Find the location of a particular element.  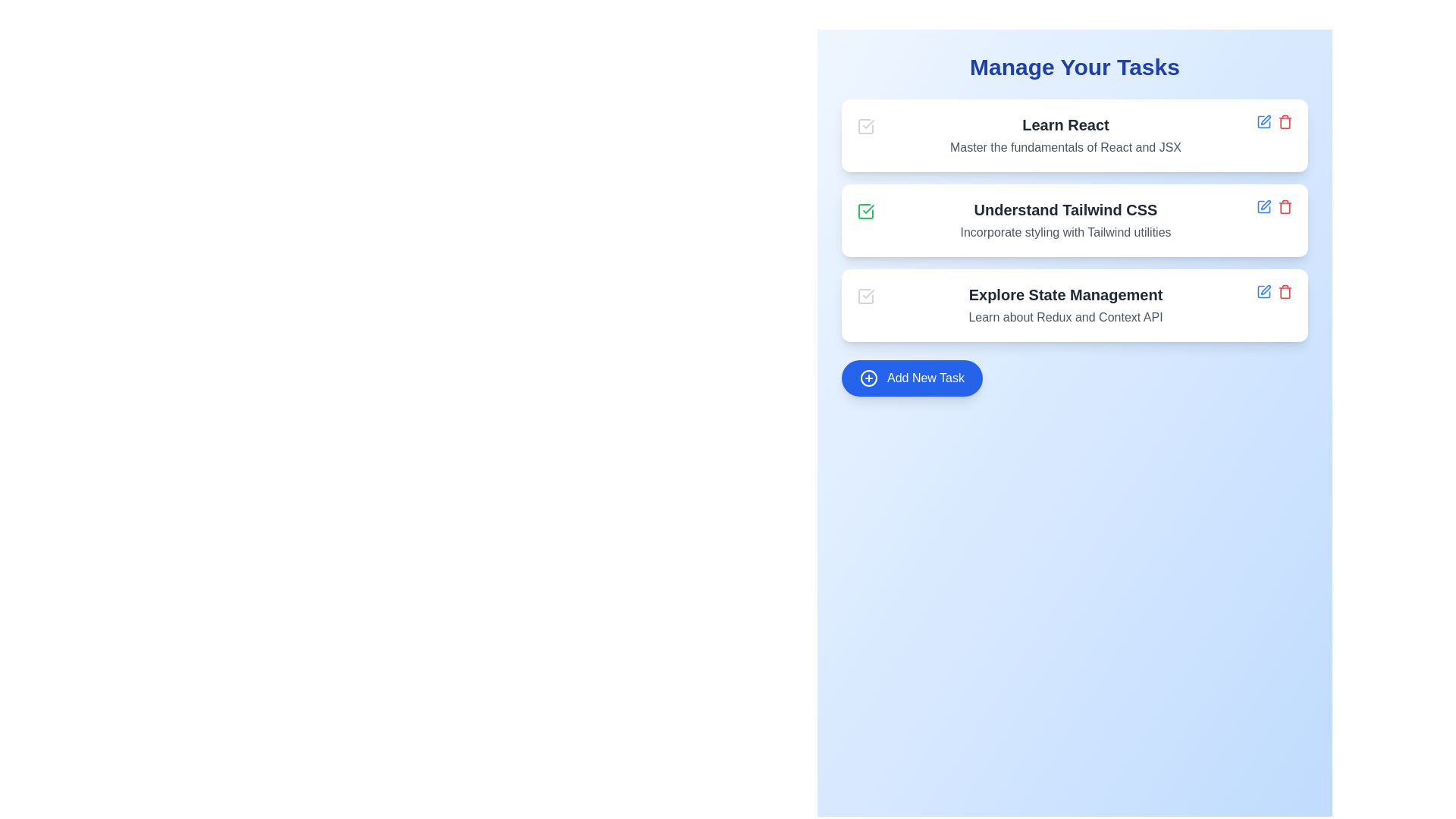

the static text element that reads 'Learn about Redux and Context API', which is positioned under the heading 'Explore State Management' in the third task card is located at coordinates (1065, 317).